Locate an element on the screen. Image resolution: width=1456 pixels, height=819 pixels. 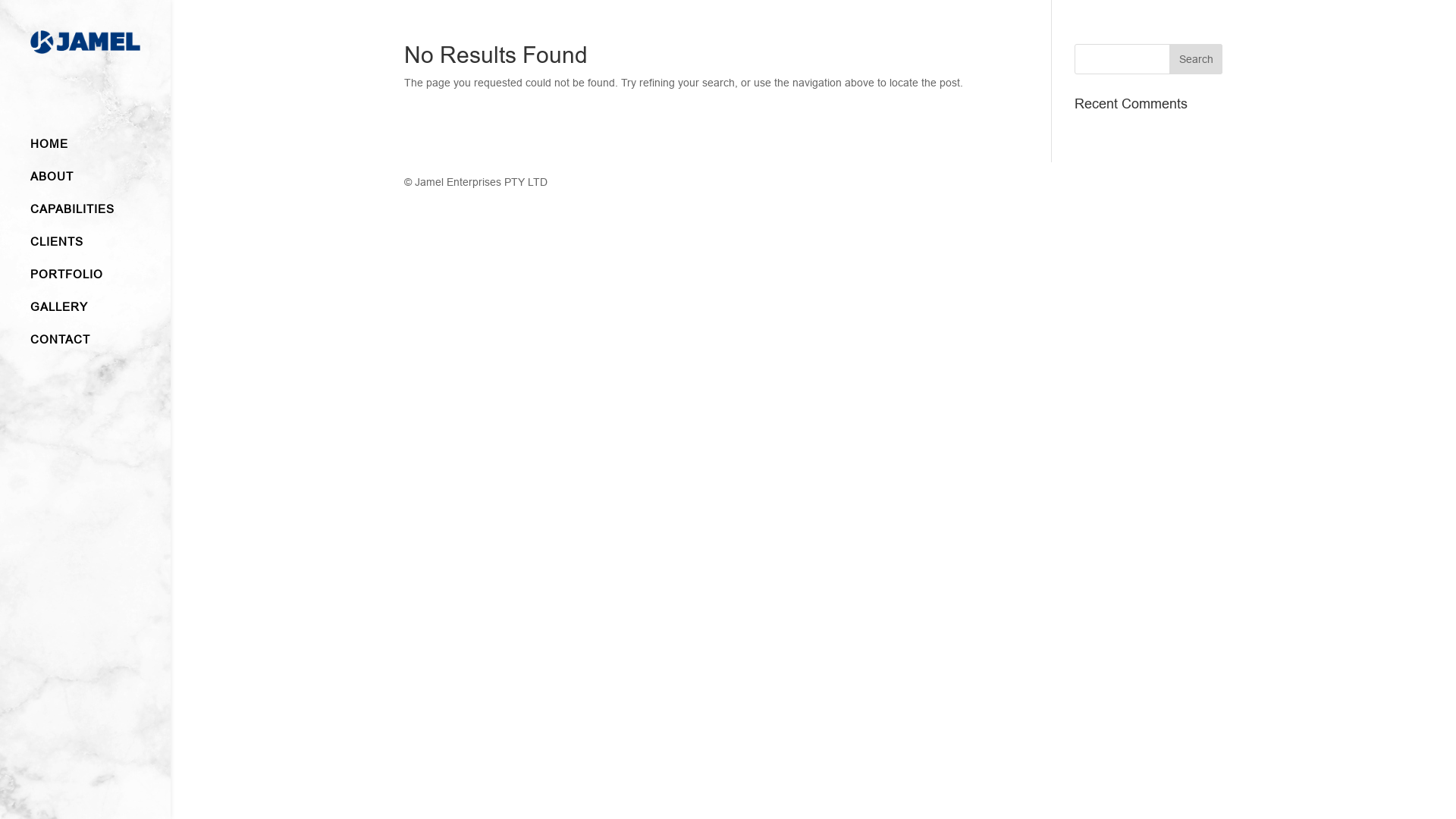
'GALLERY' is located at coordinates (99, 313).